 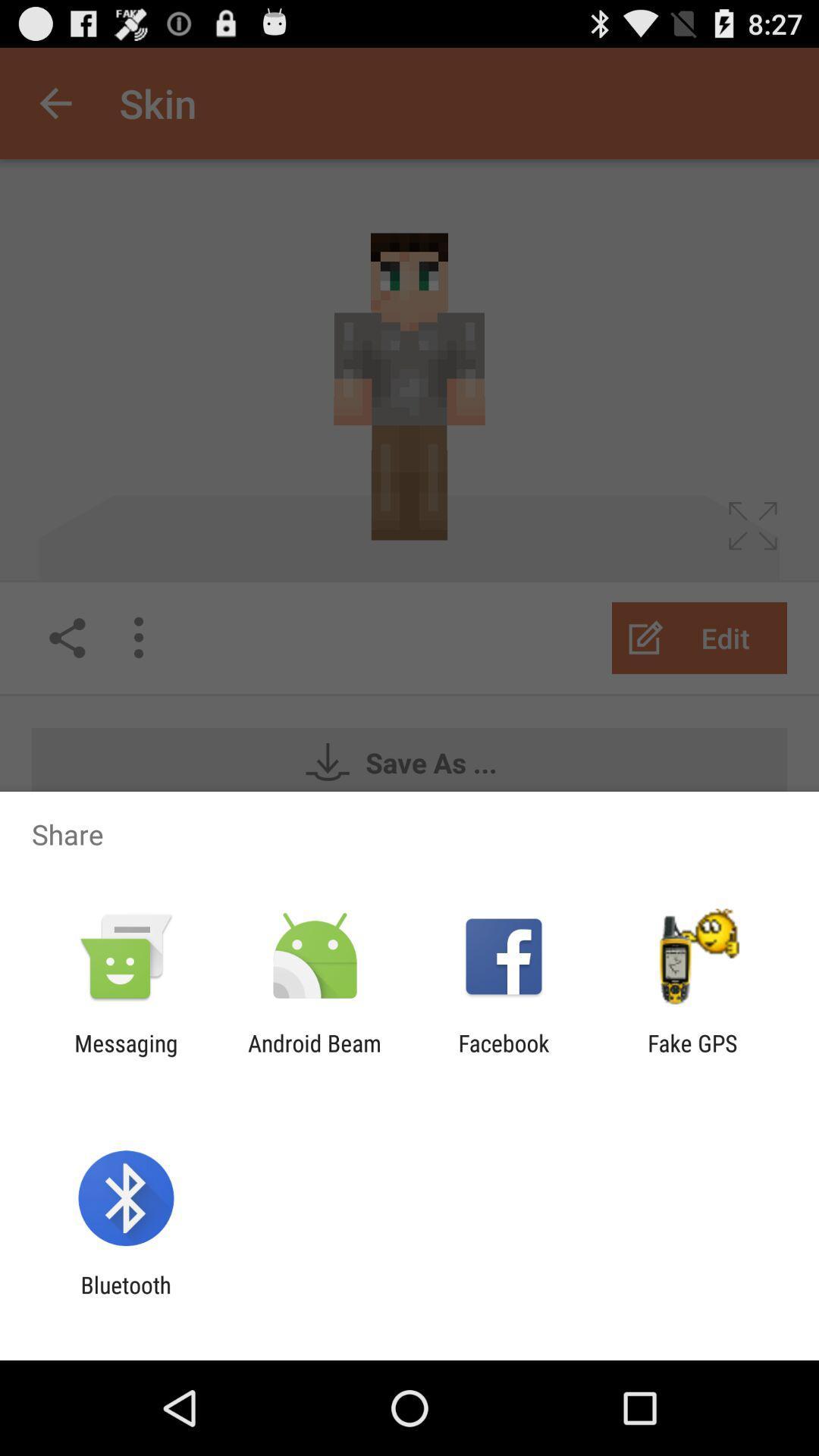 What do you see at coordinates (125, 1056) in the screenshot?
I see `app to the left of android beam icon` at bounding box center [125, 1056].